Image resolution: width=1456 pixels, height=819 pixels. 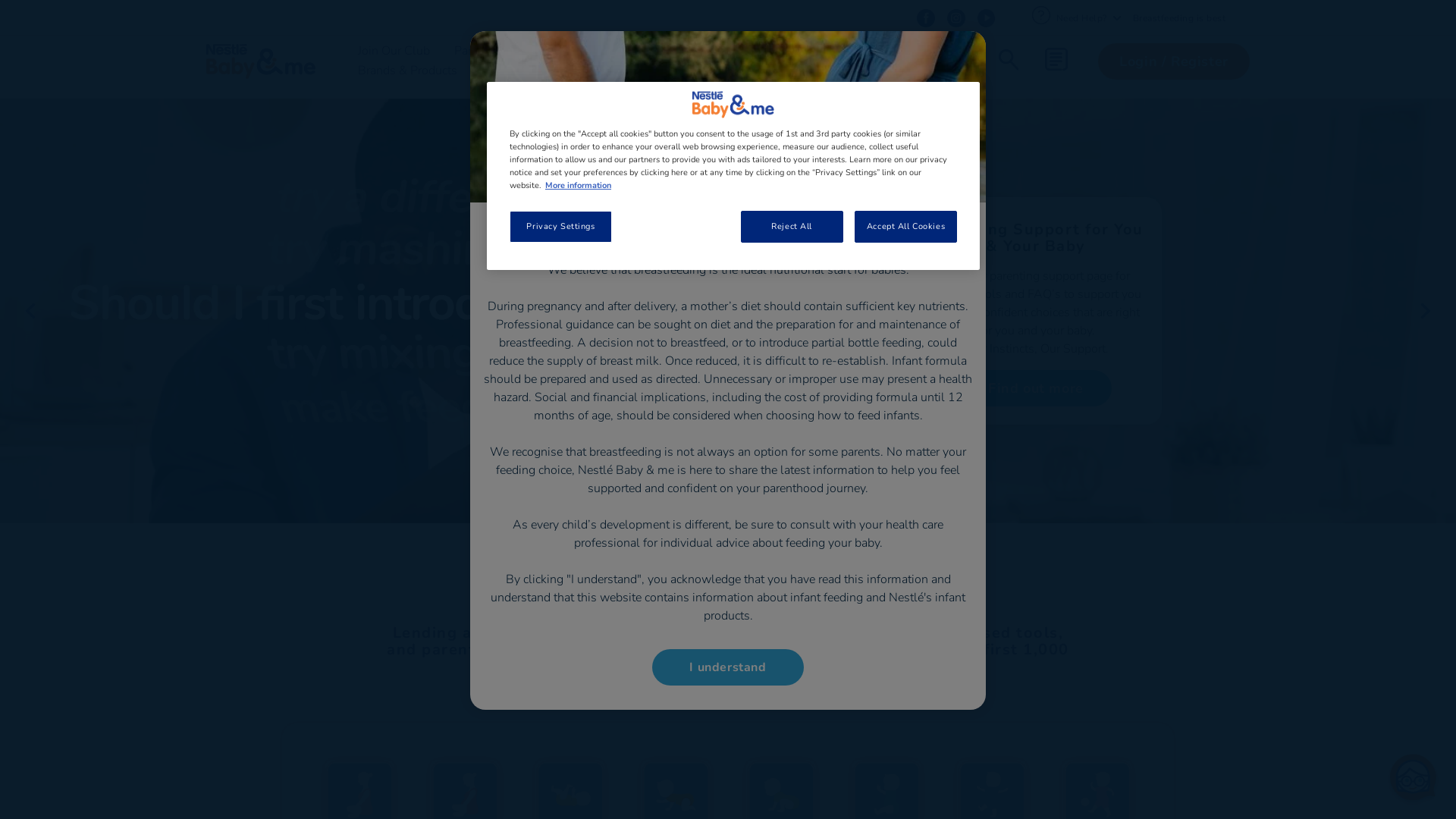 What do you see at coordinates (394, 49) in the screenshot?
I see `'Join Our Club'` at bounding box center [394, 49].